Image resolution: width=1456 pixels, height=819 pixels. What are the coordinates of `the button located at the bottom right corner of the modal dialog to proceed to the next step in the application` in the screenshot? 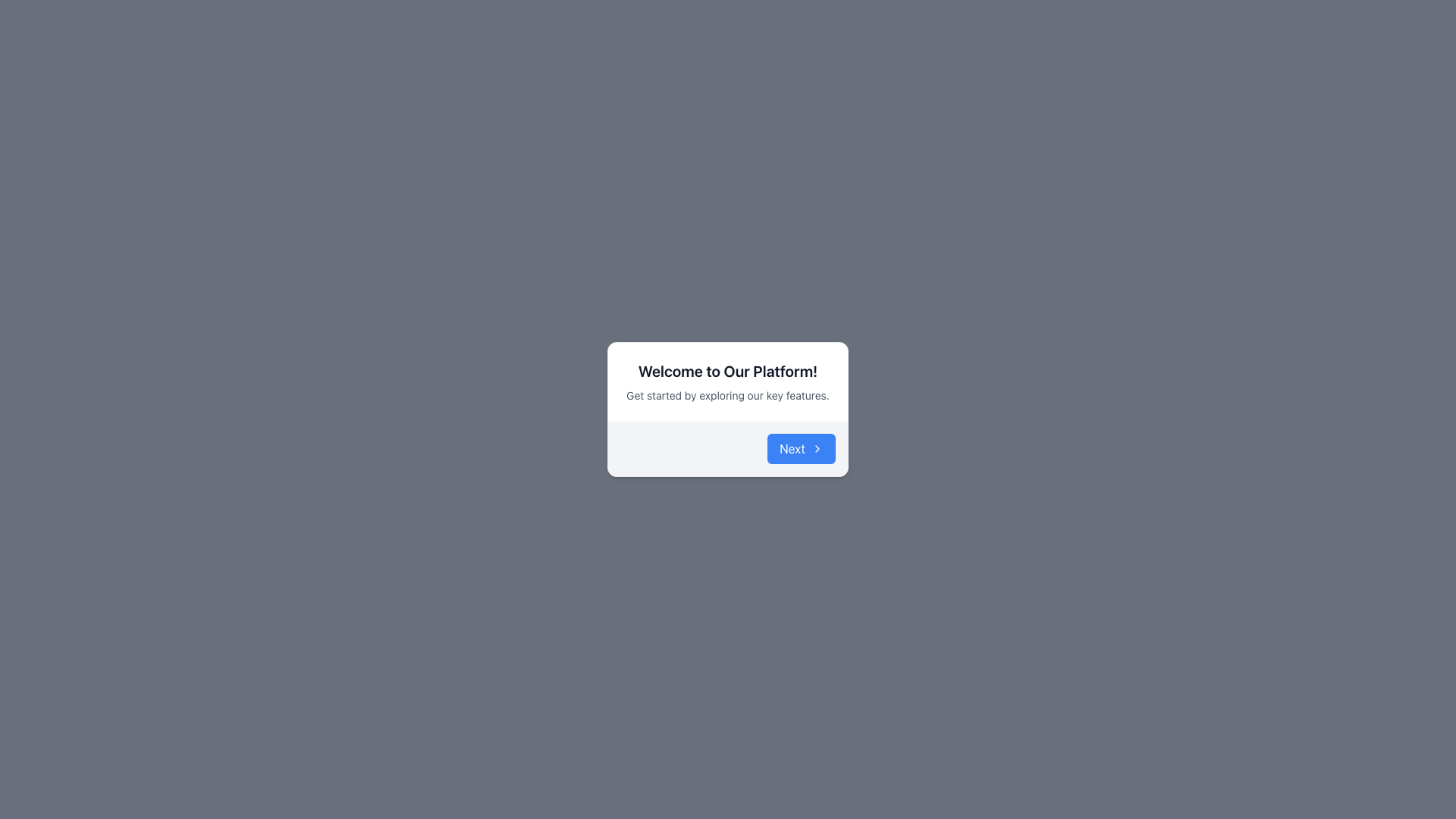 It's located at (800, 447).